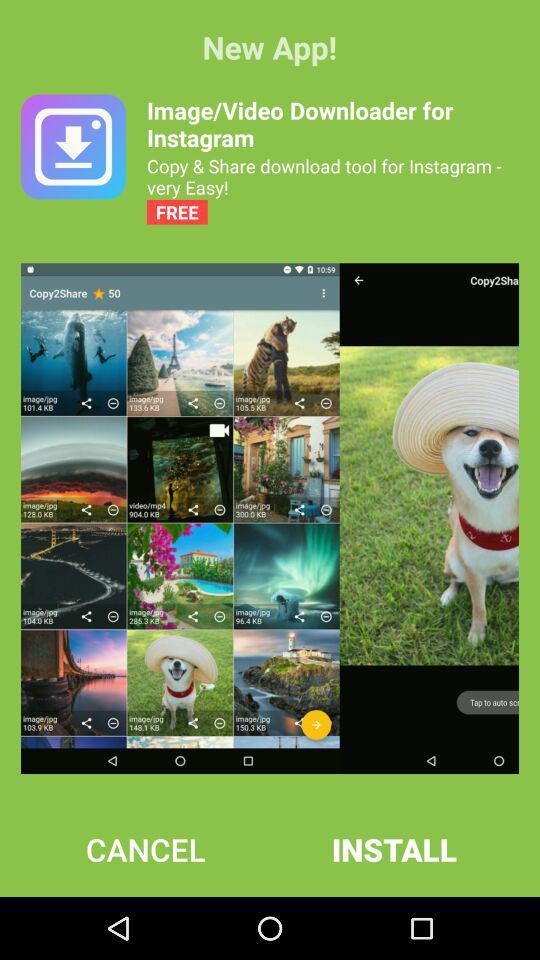 The image size is (540, 960). What do you see at coordinates (144, 848) in the screenshot?
I see `the icon at the bottom left corner` at bounding box center [144, 848].